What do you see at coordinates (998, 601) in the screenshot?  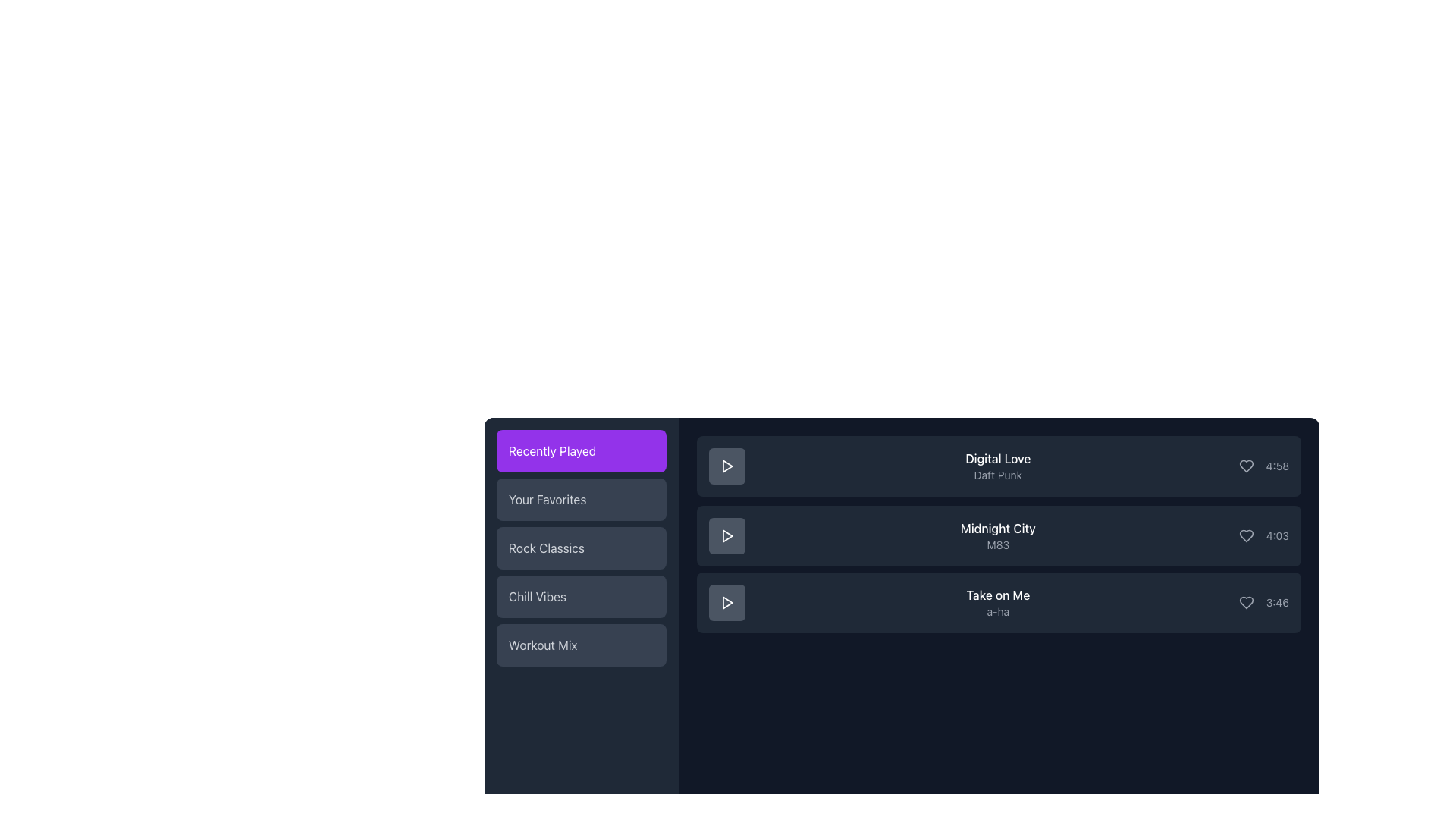 I see `the text display for the track information, which shows the track name and artist` at bounding box center [998, 601].